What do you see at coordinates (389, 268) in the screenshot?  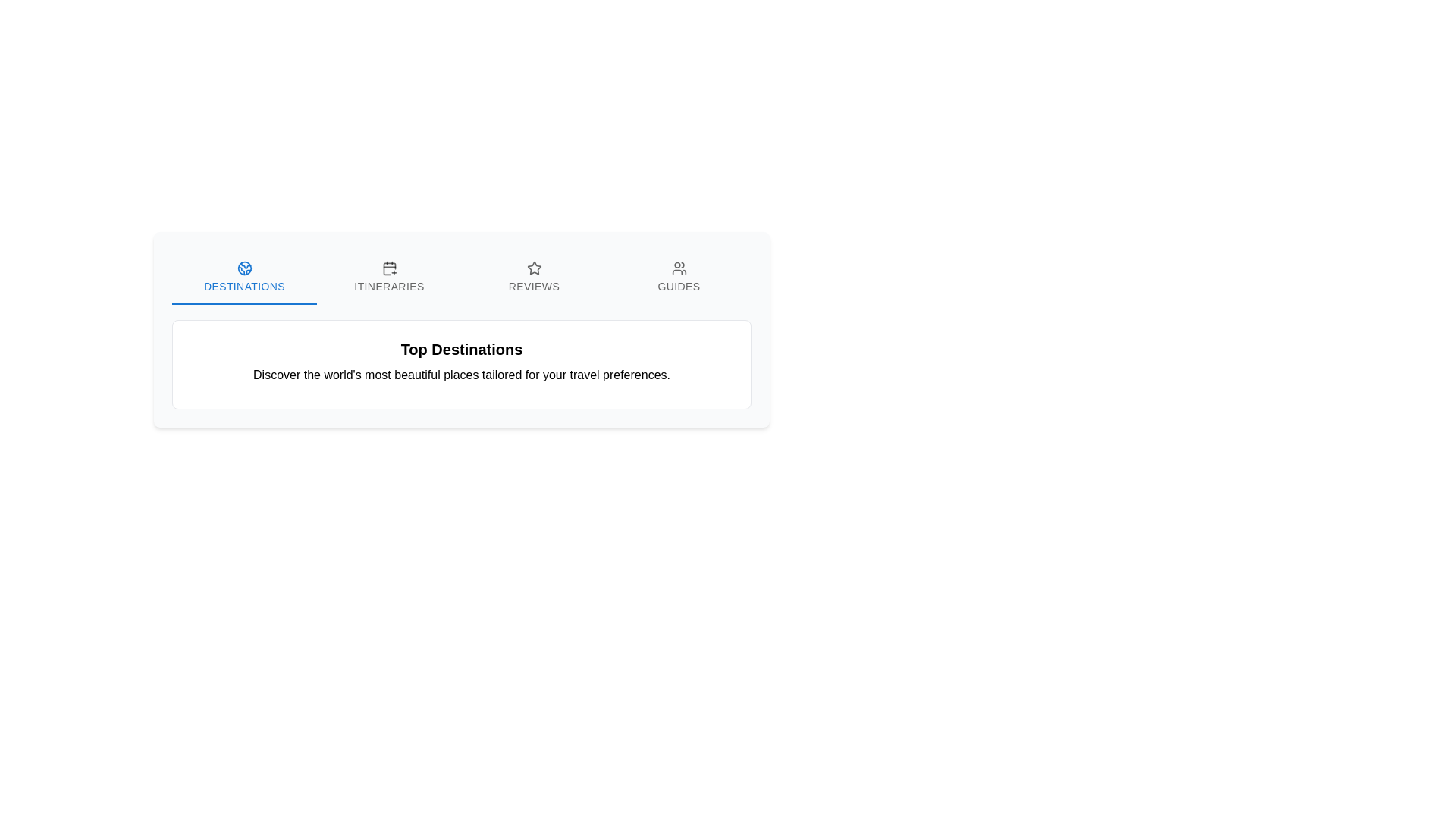 I see `the 'ITINERARIES' icon in the horizontal menu layout at the top-center of the user interface` at bounding box center [389, 268].